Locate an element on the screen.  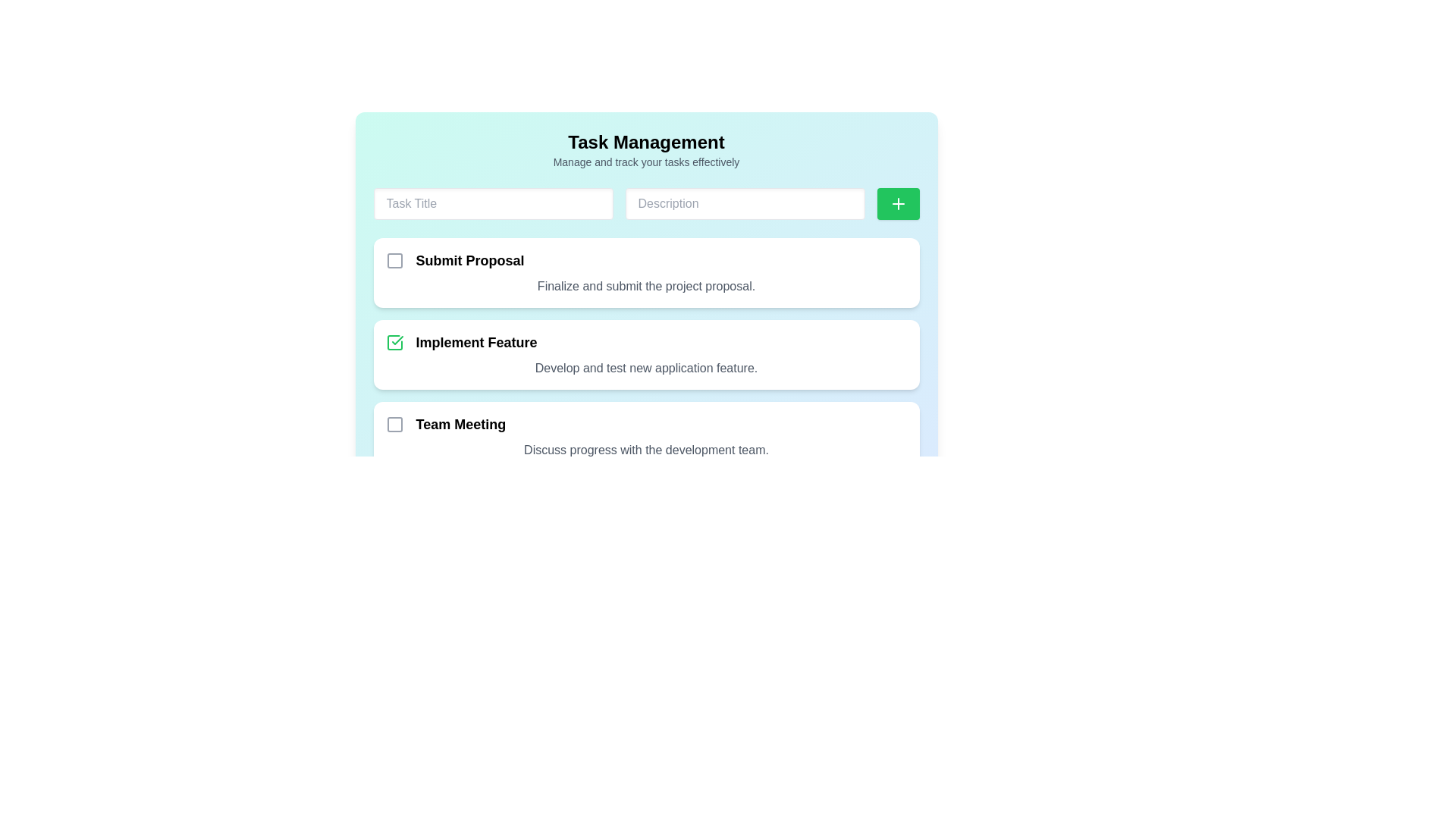
the bold text label reading 'Implement Feature' located in the second task item of the task list, which is positioned to the right of a green checkmark symbol is located at coordinates (475, 342).